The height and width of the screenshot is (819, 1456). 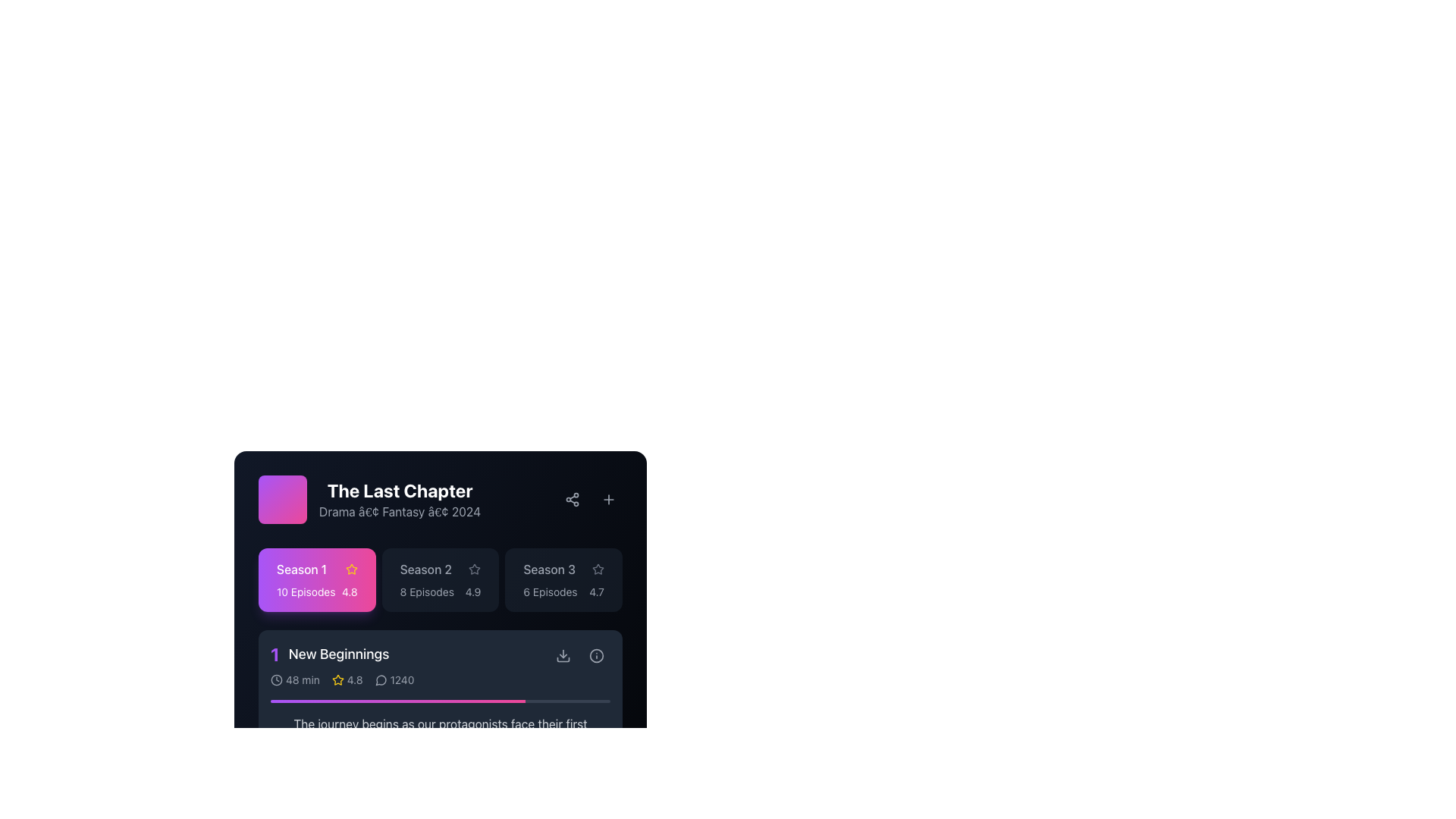 I want to click on the Share button located at the top-right corner of the card for 'The Last Chapter' series, so click(x=571, y=500).